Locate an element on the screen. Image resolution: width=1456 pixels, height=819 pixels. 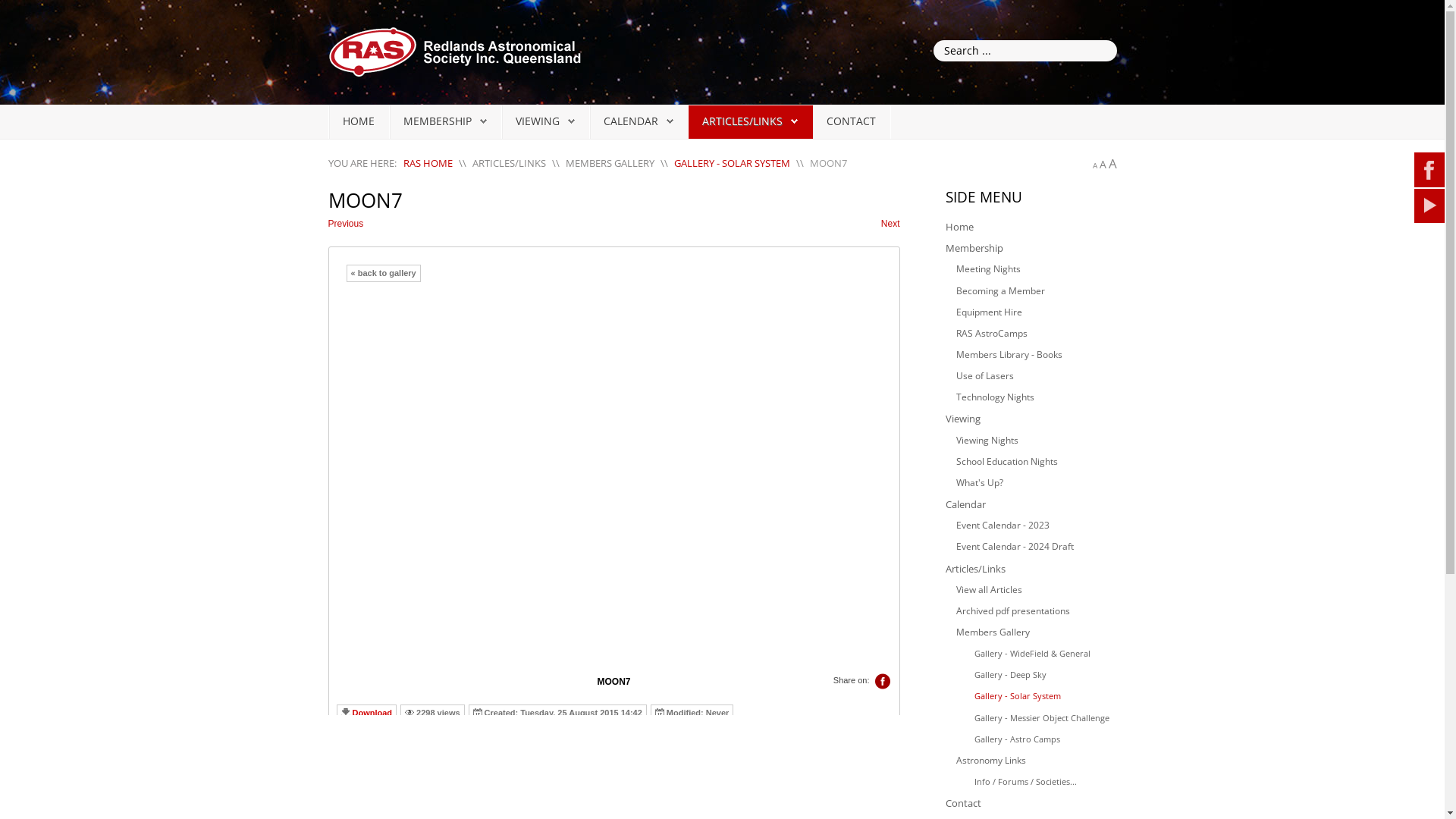
'Home' is located at coordinates (1030, 227).